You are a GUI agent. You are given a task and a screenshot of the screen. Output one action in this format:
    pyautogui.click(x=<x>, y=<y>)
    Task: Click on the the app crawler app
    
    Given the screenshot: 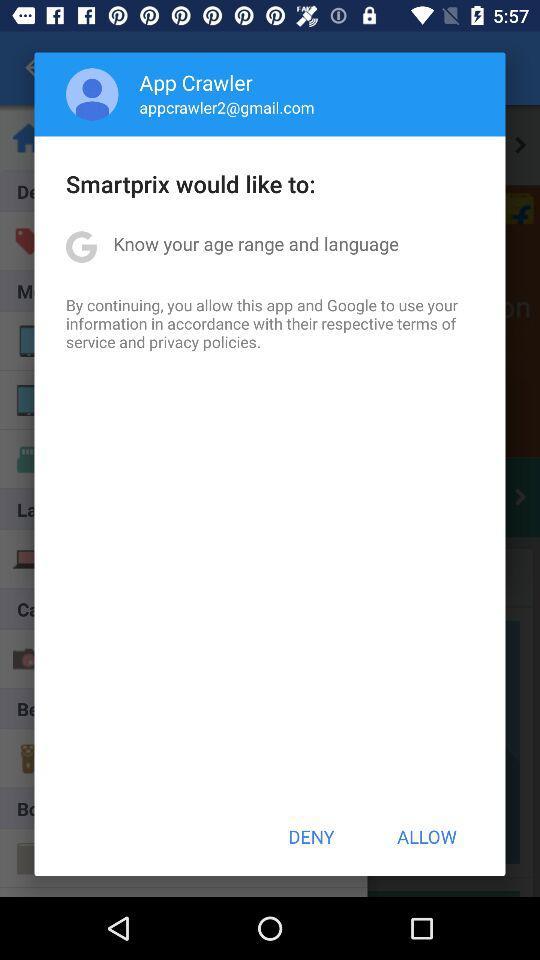 What is the action you would take?
    pyautogui.click(x=196, y=82)
    